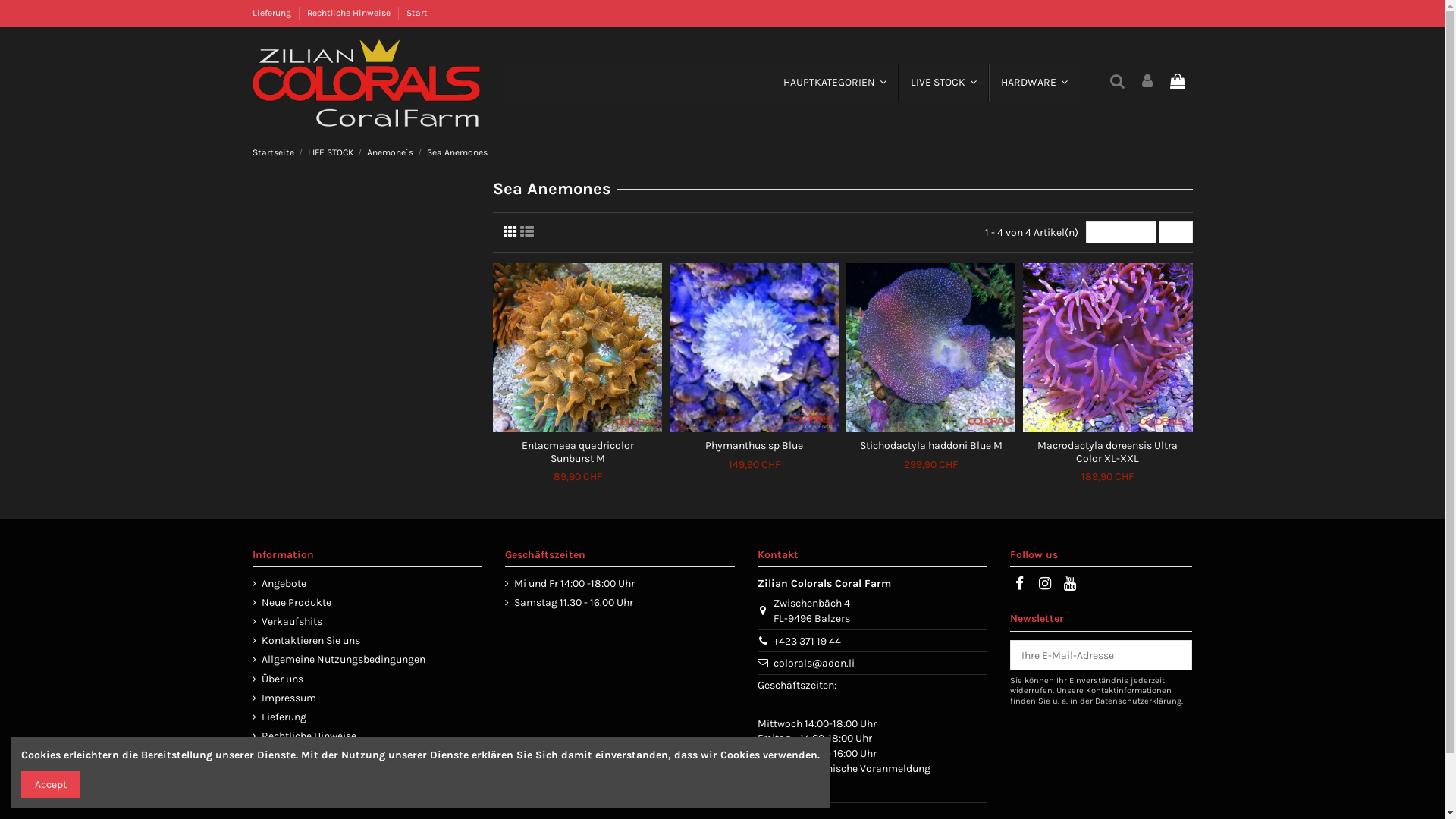 This screenshot has width=1456, height=819. Describe the element at coordinates (833, 82) in the screenshot. I see `'HAUPTKATEGORIEN'` at that location.